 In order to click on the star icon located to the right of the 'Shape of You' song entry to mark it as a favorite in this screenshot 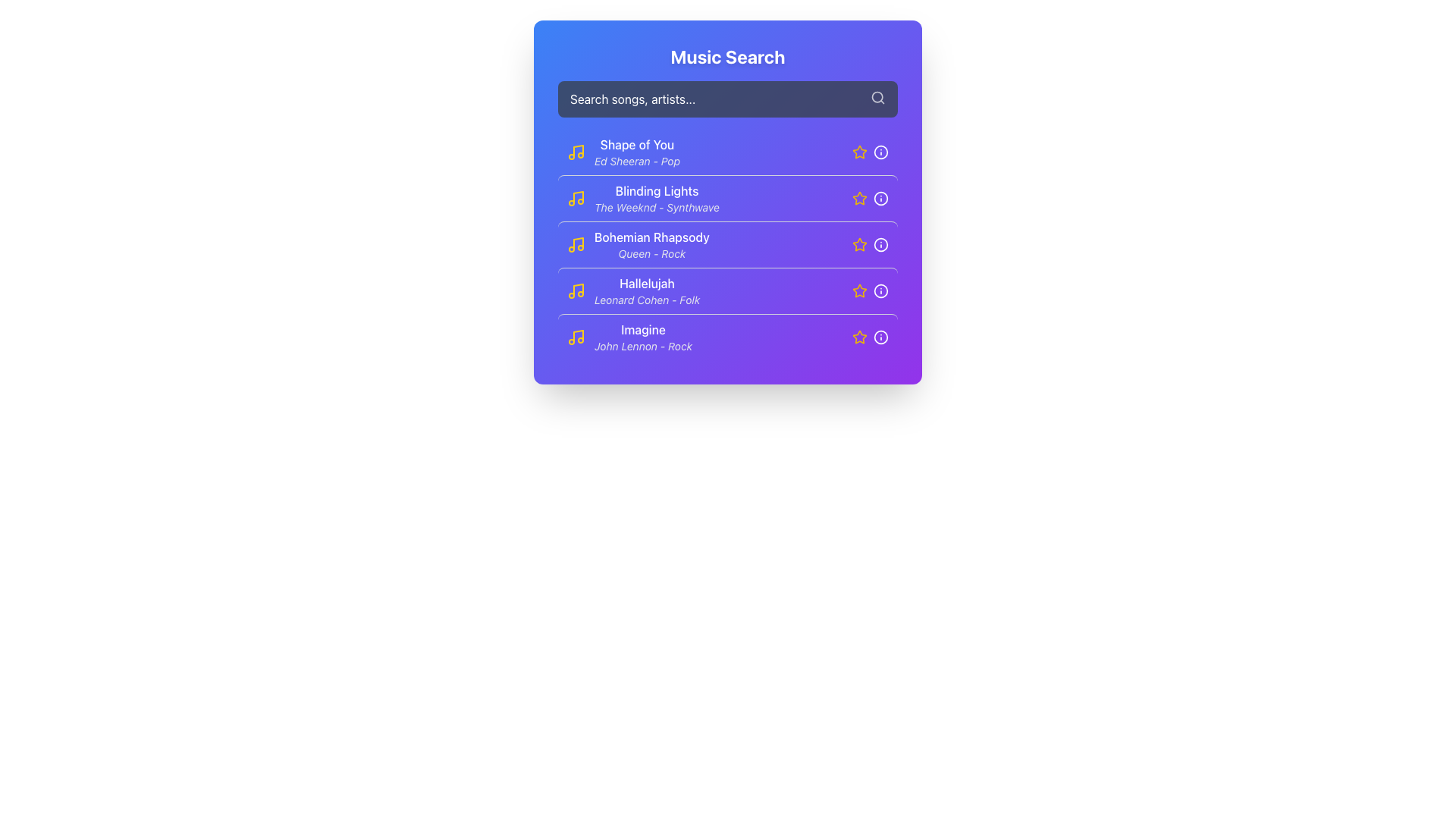, I will do `click(858, 152)`.